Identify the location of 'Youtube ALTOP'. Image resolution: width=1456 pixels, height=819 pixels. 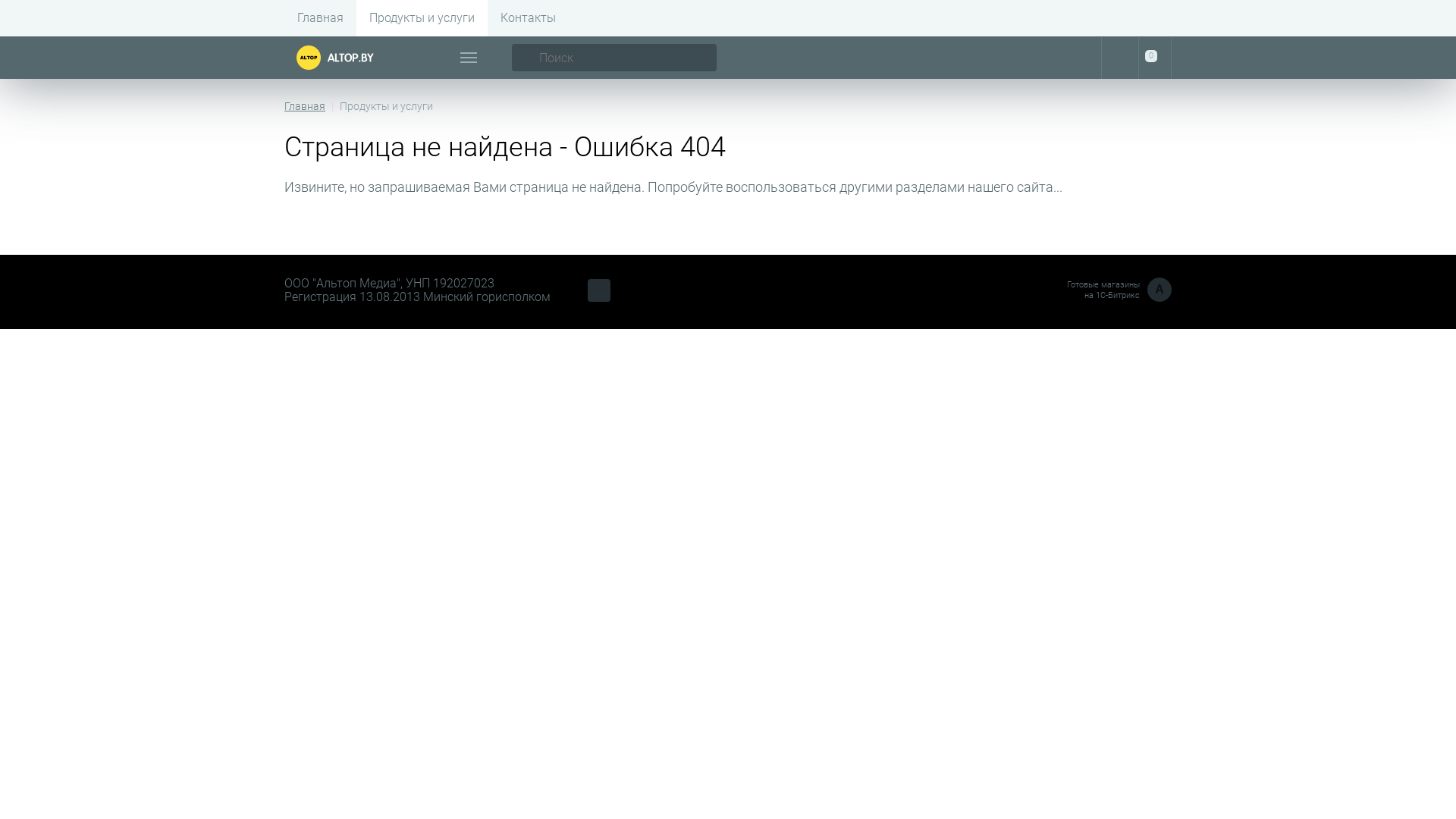
(598, 290).